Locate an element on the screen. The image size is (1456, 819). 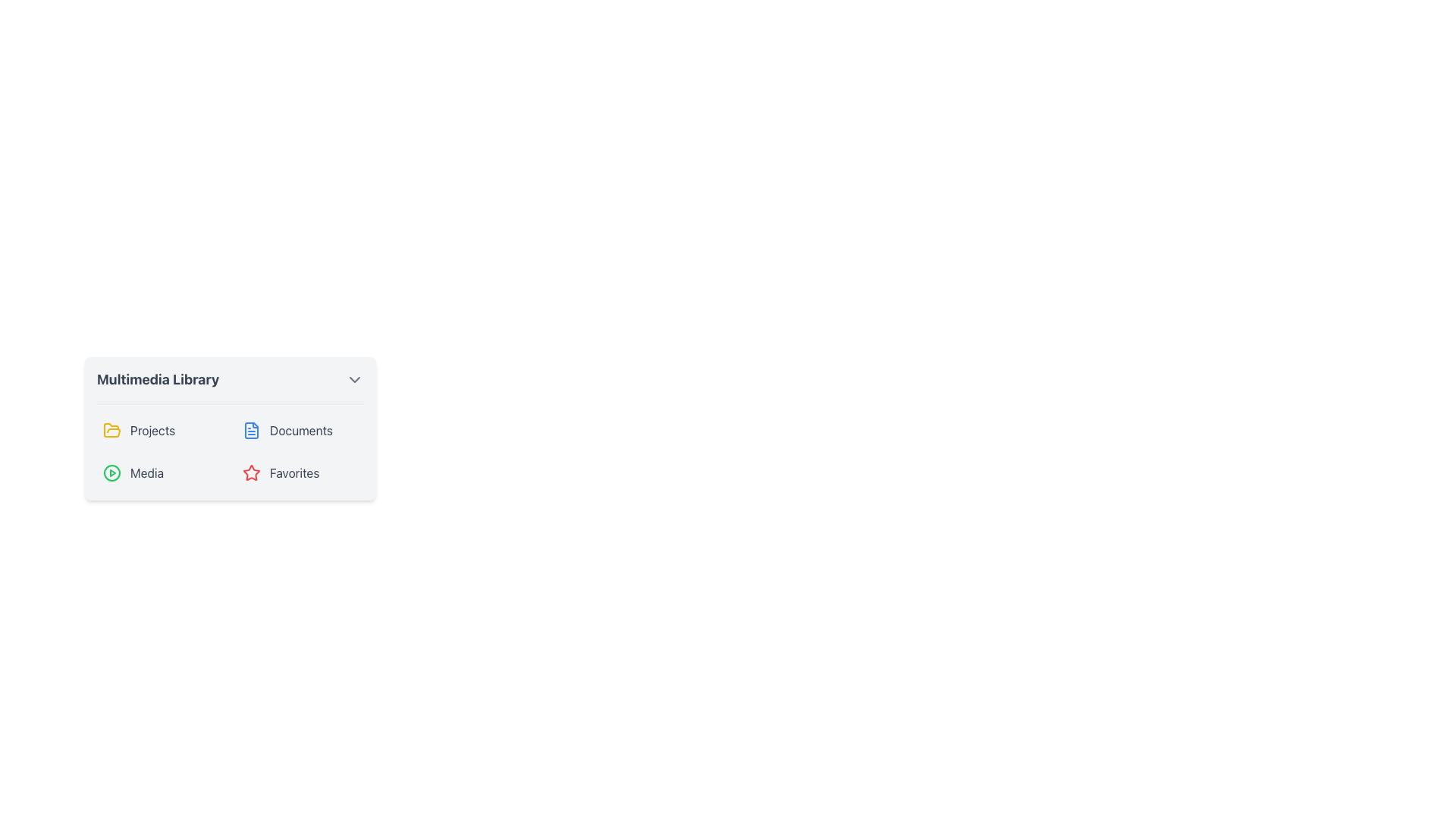
the 'Favorites' button-like text item in the Multimedia Library is located at coordinates (300, 472).